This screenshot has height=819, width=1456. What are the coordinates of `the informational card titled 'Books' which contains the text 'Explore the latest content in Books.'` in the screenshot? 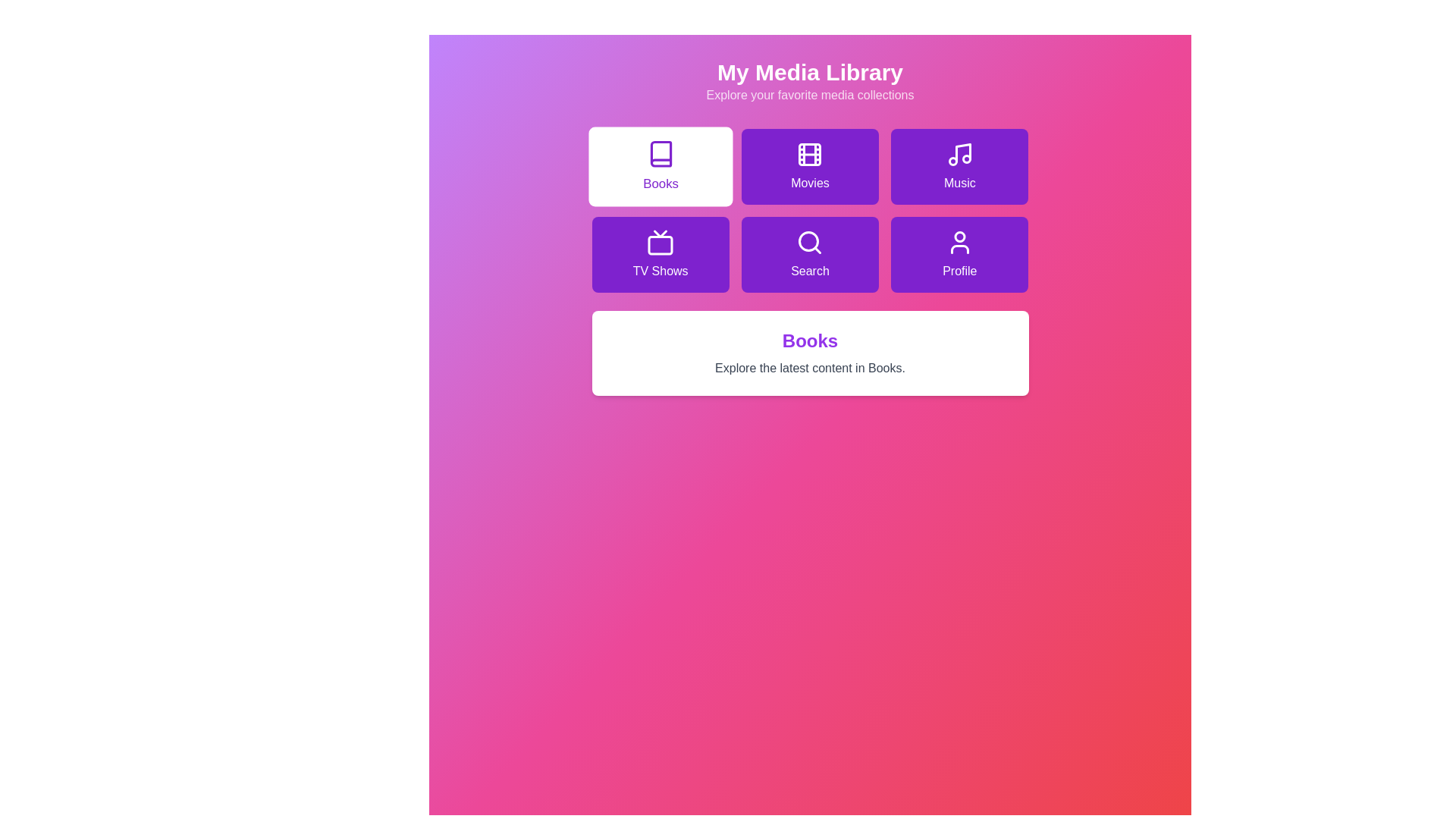 It's located at (809, 353).